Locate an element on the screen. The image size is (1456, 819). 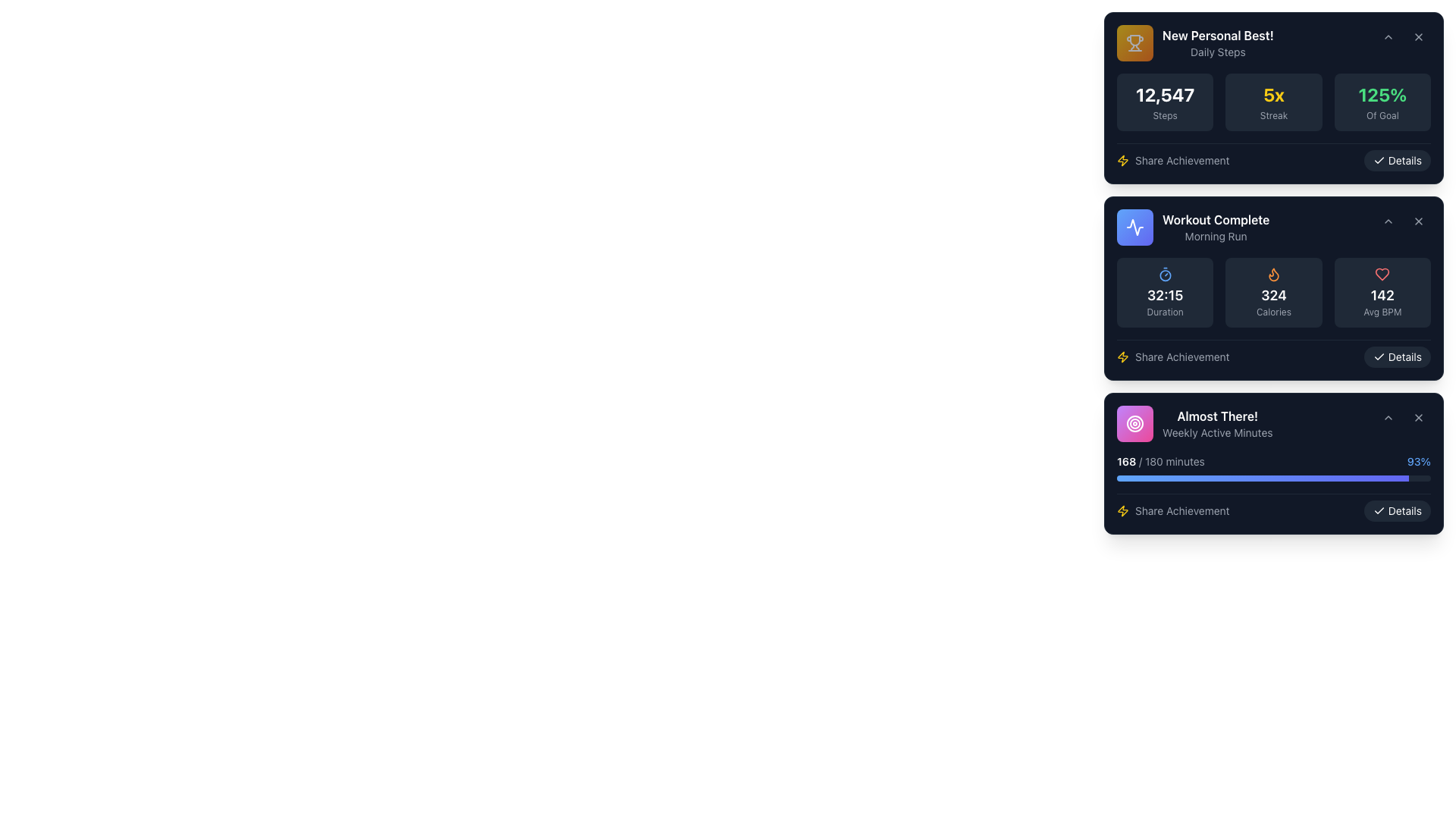
the progress indicator displaying 125% achievement, which is the third element in a horizontal grid layout is located at coordinates (1382, 102).